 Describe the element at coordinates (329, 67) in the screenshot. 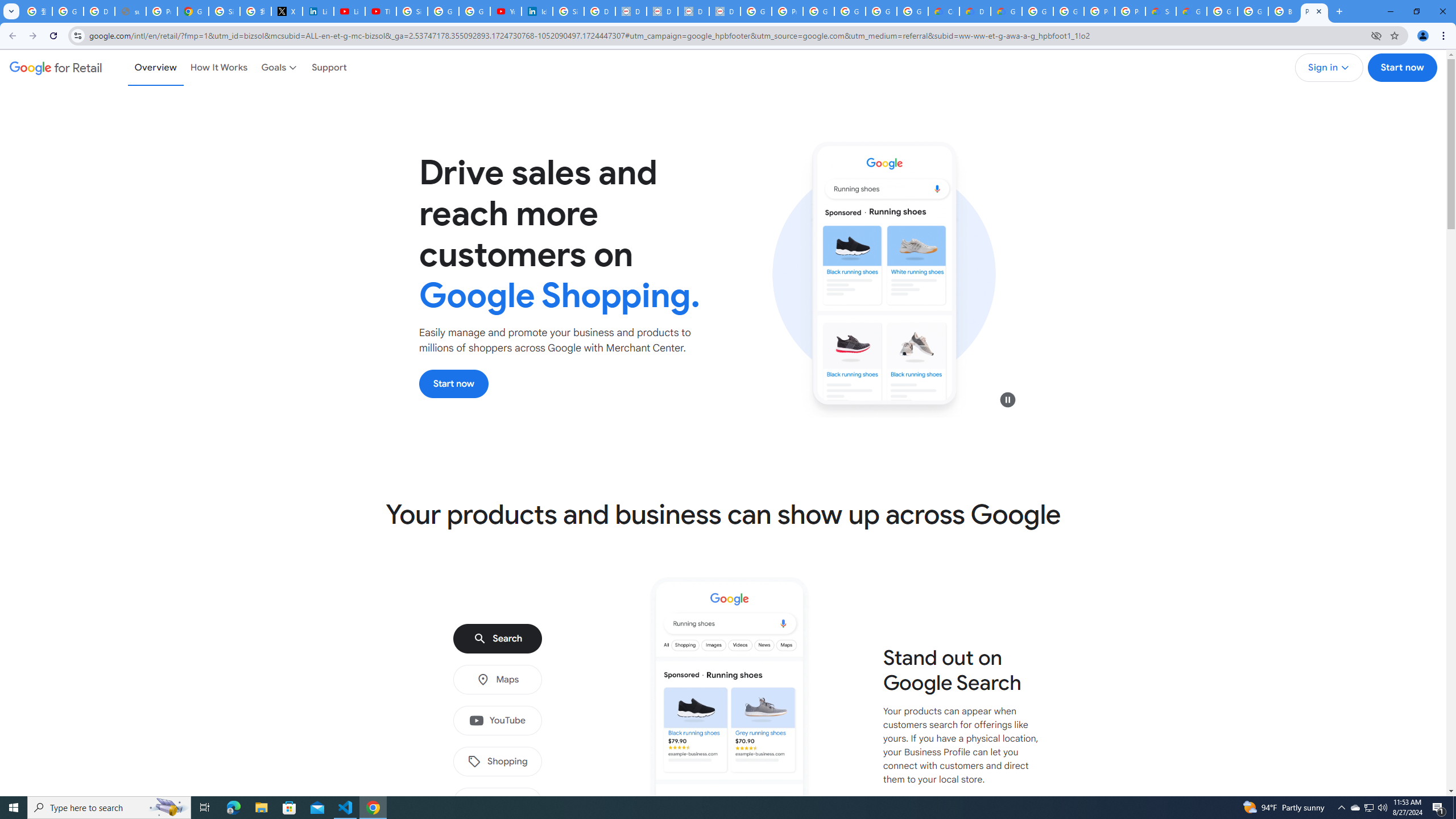

I see `'Support'` at that location.